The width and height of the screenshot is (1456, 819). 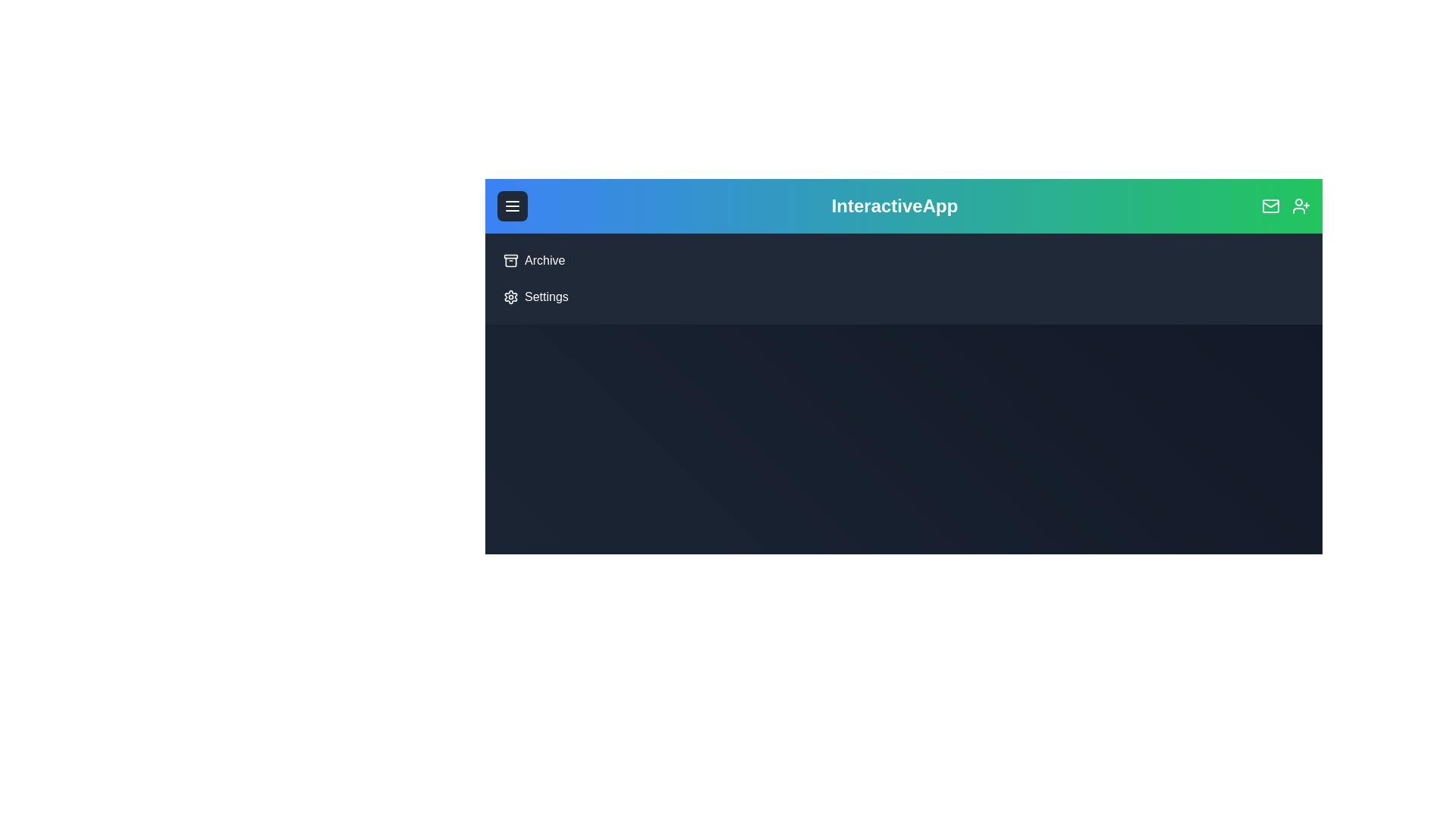 What do you see at coordinates (1301, 206) in the screenshot?
I see `the 'UserPlus' icon in the top-right corner of the app bar` at bounding box center [1301, 206].